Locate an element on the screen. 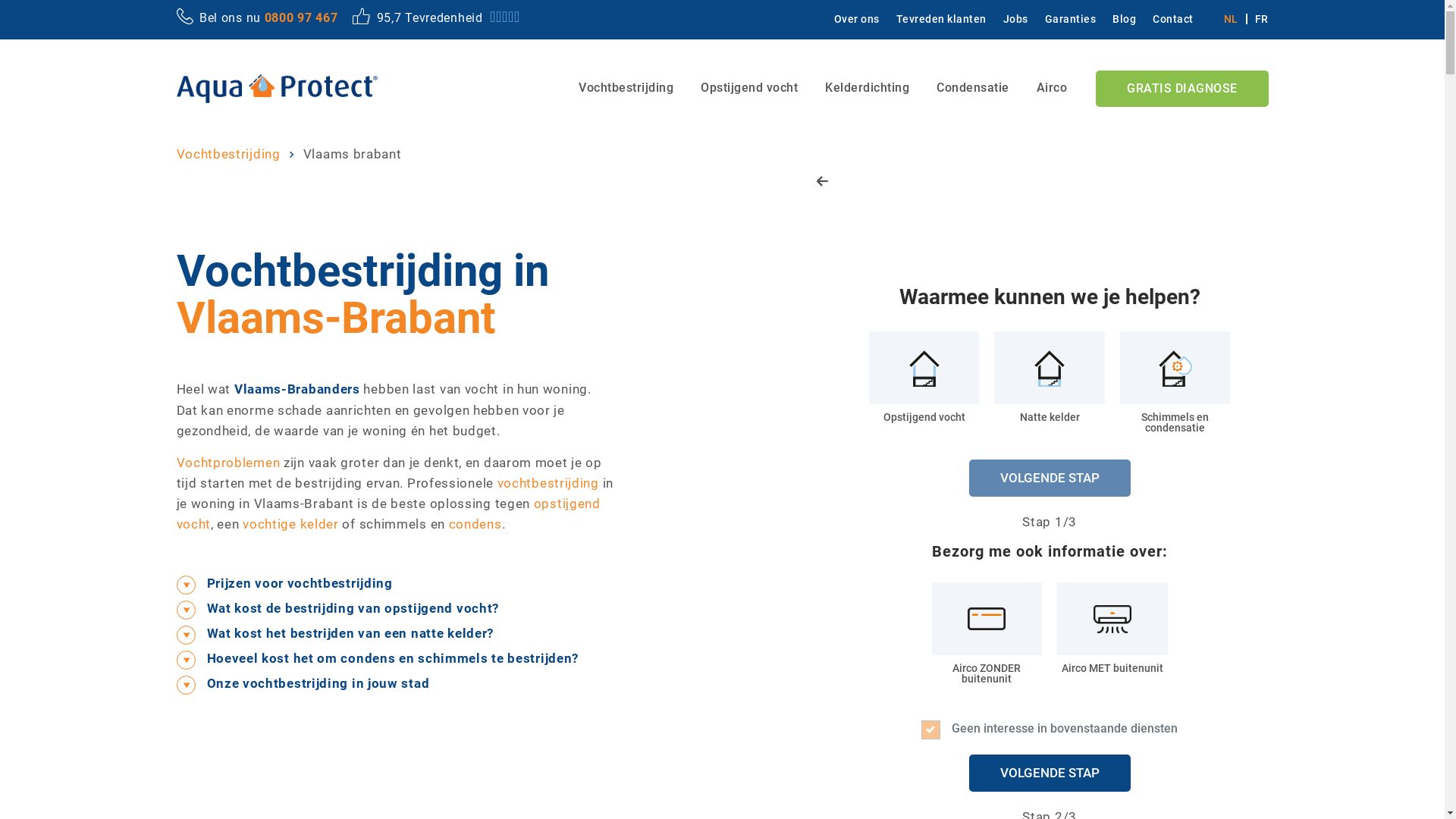  'Home - Aqua Protect, Vochtbestrijding' is located at coordinates (276, 89).